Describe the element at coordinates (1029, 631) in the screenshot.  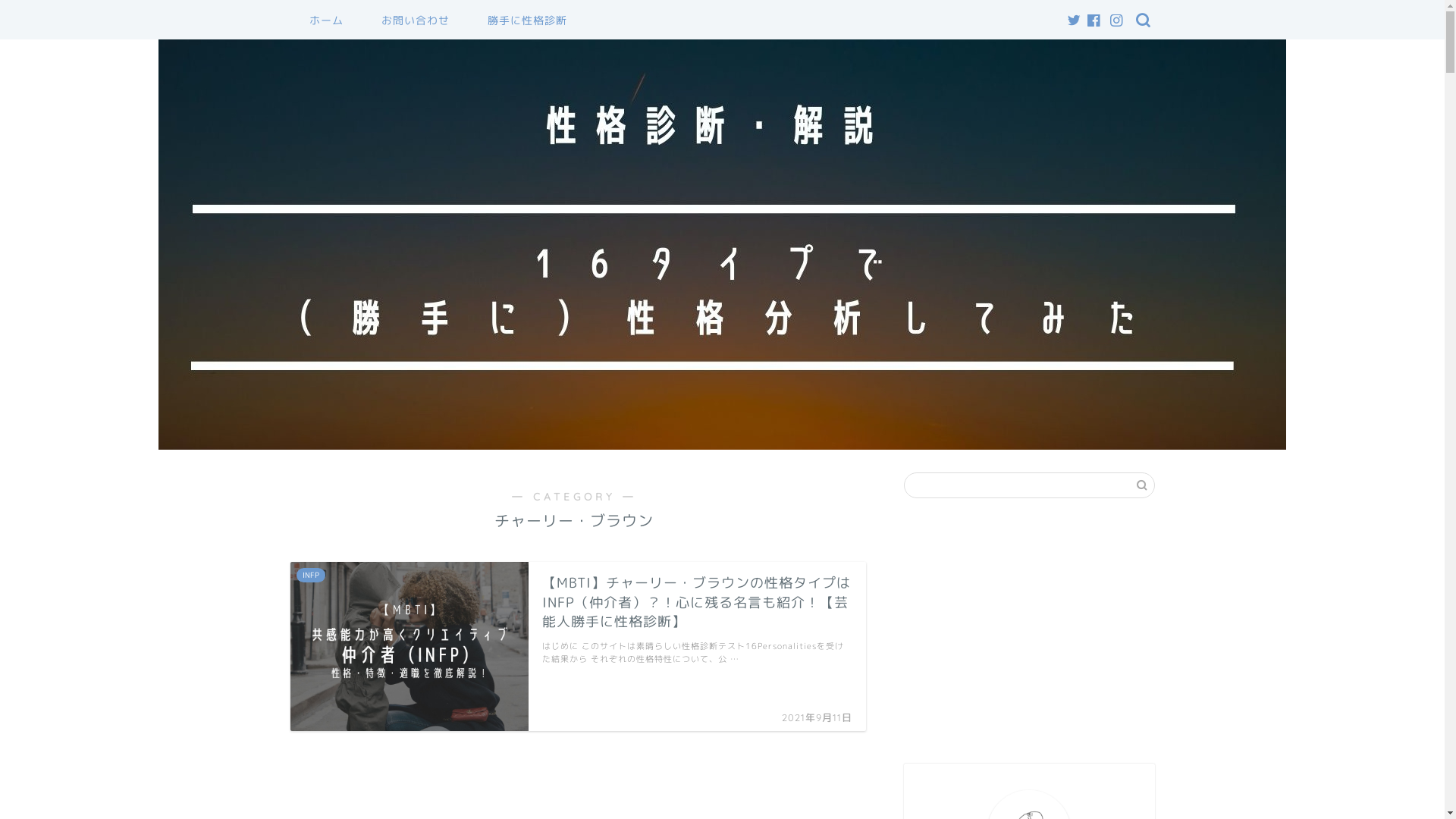
I see `'Advertisement'` at that location.